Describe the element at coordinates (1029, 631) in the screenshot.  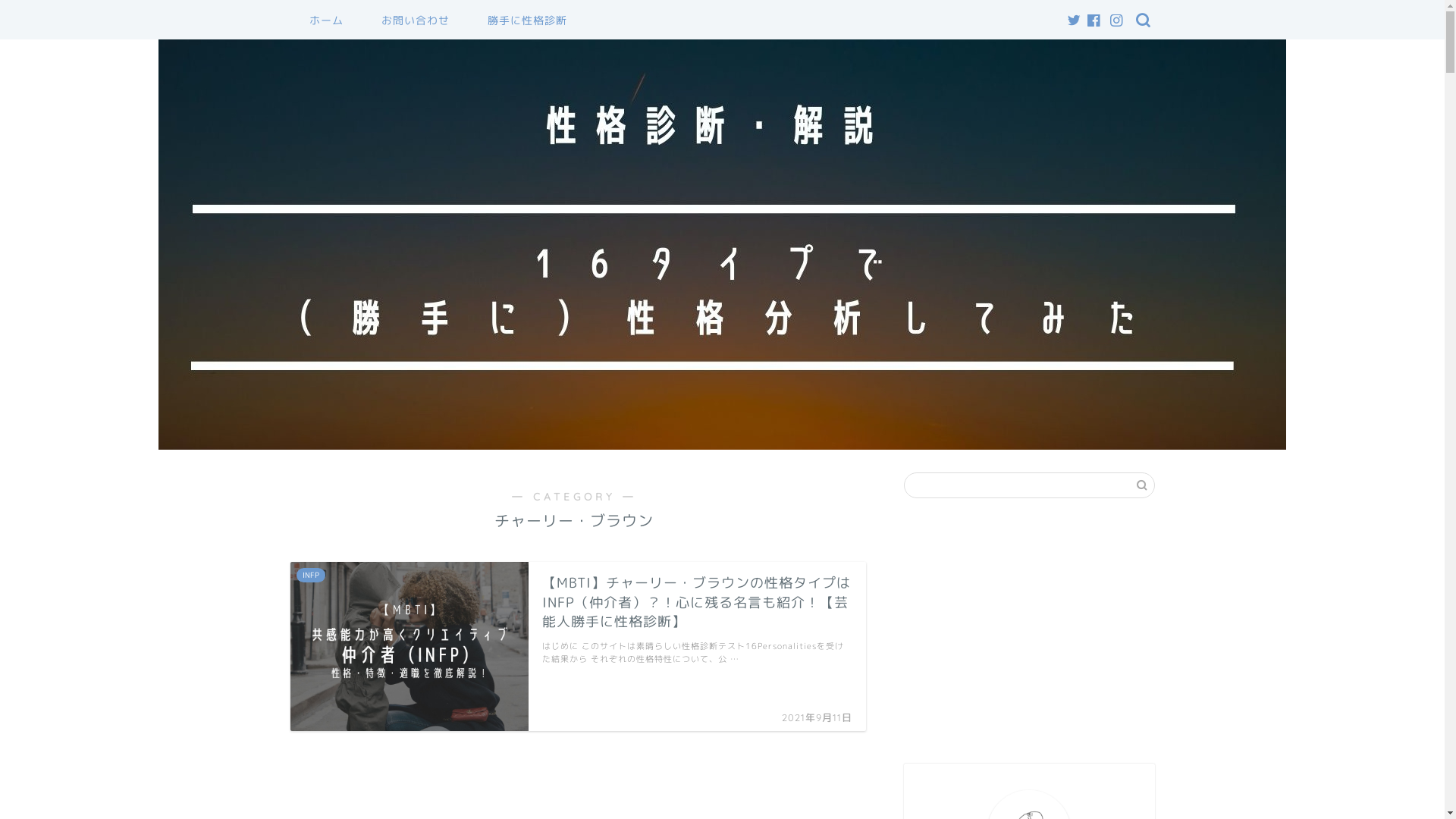
I see `'Advertisement'` at that location.